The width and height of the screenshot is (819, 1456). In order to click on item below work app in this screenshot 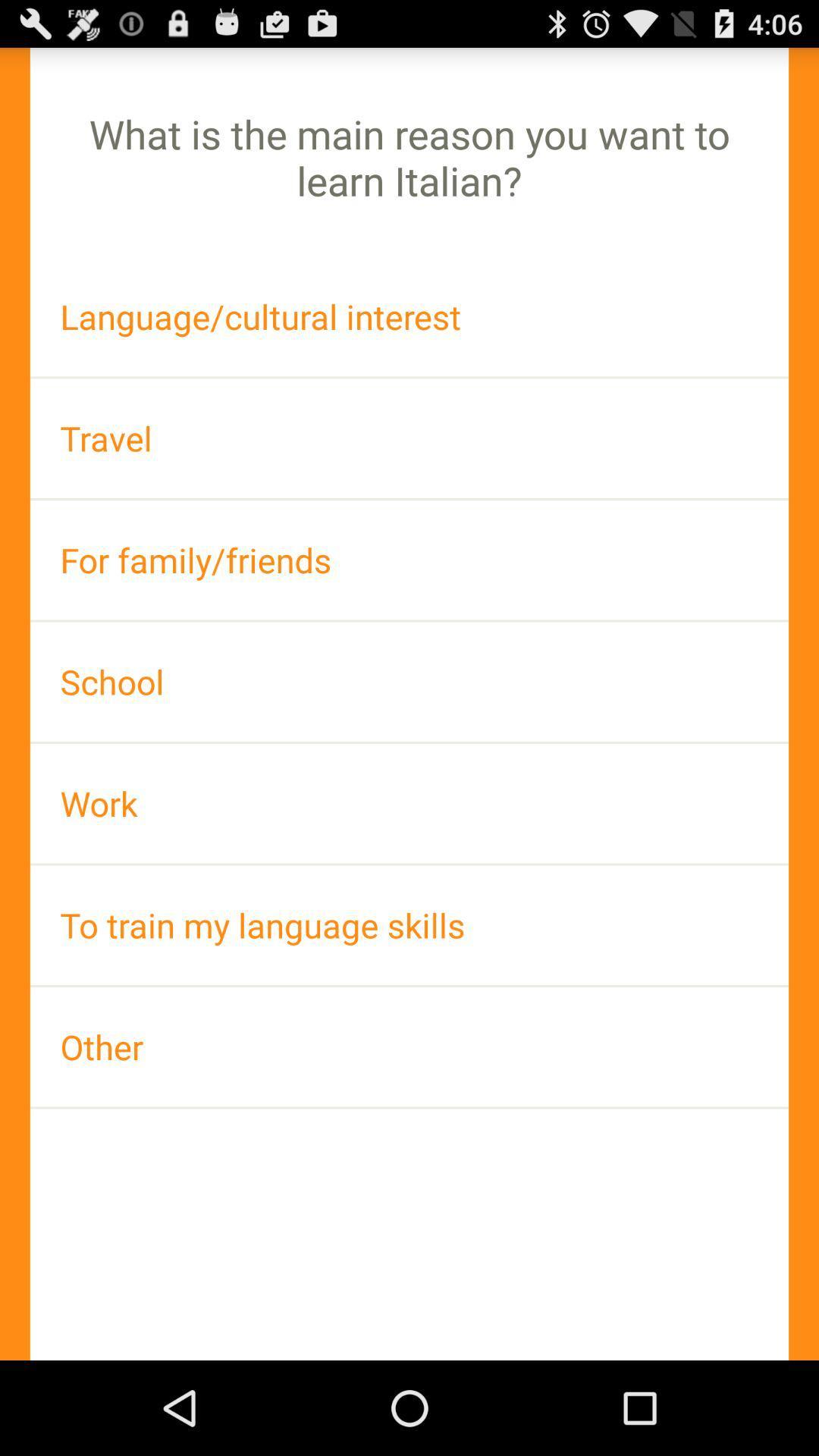, I will do `click(409, 924)`.